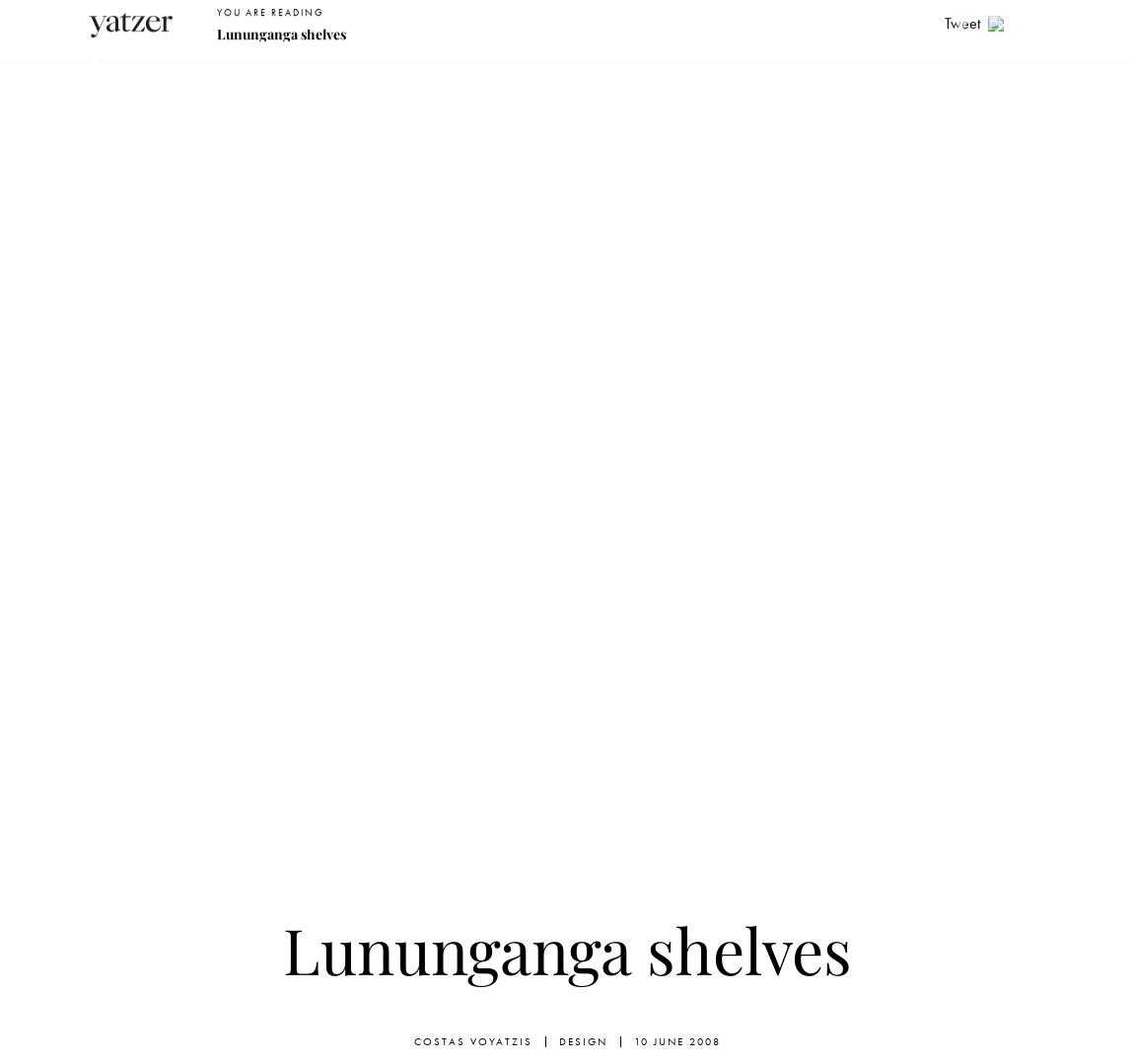 The height and width of the screenshot is (1064, 1134). What do you see at coordinates (814, 25) in the screenshot?
I see `'Search'` at bounding box center [814, 25].